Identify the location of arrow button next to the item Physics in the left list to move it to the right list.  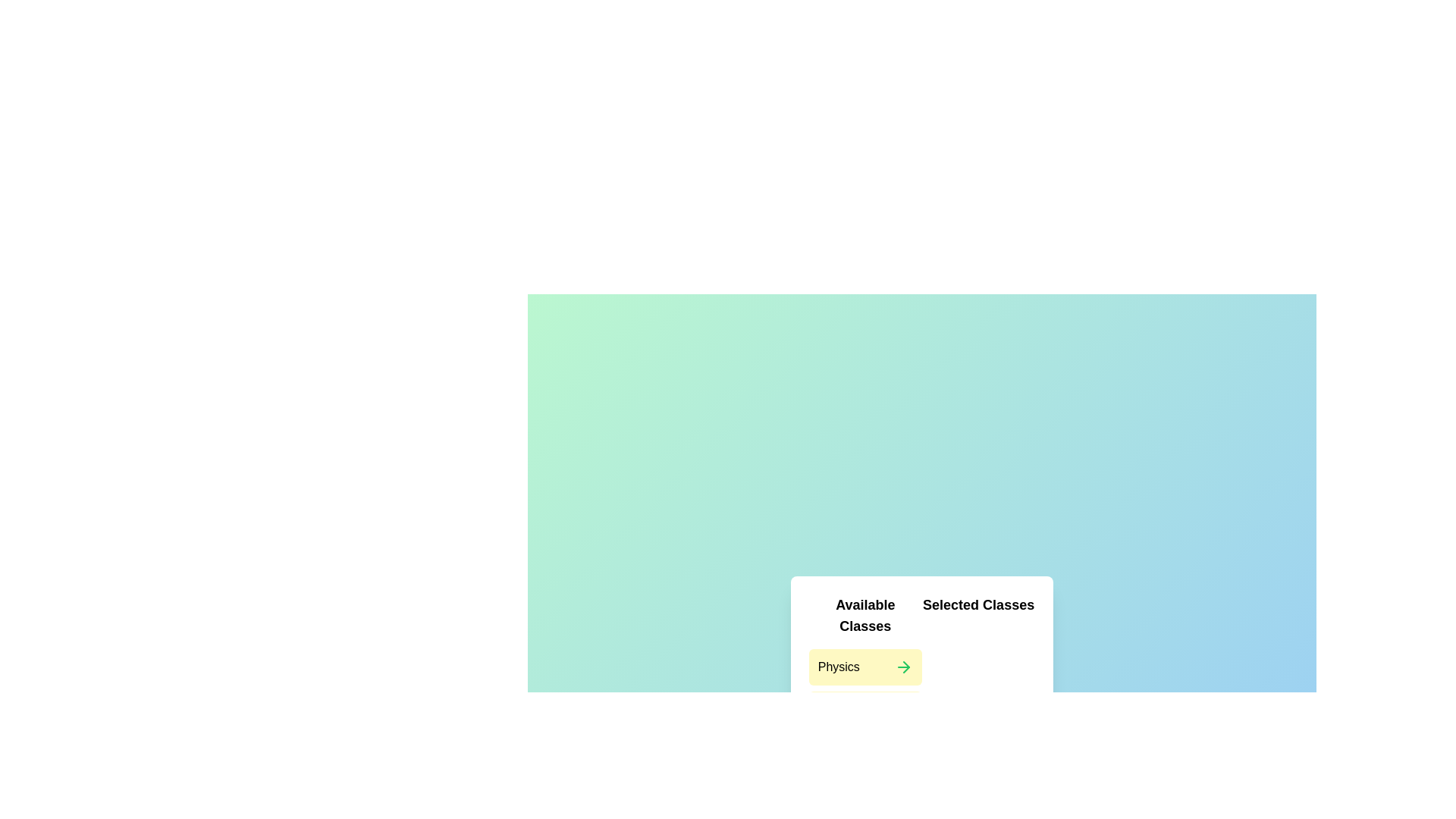
(903, 666).